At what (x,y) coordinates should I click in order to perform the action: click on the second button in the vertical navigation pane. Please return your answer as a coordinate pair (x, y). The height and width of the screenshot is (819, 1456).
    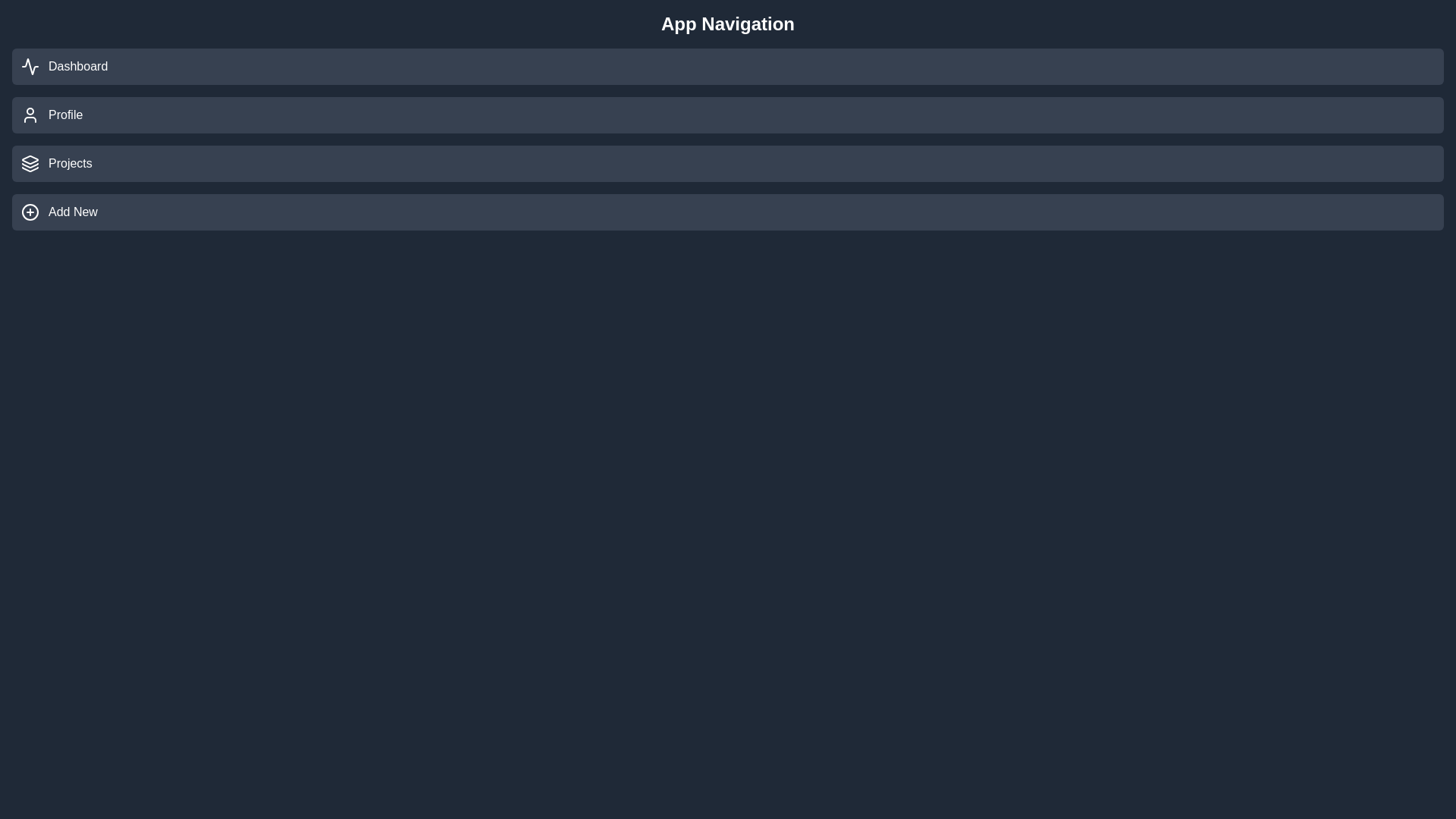
    Looking at the image, I should click on (728, 114).